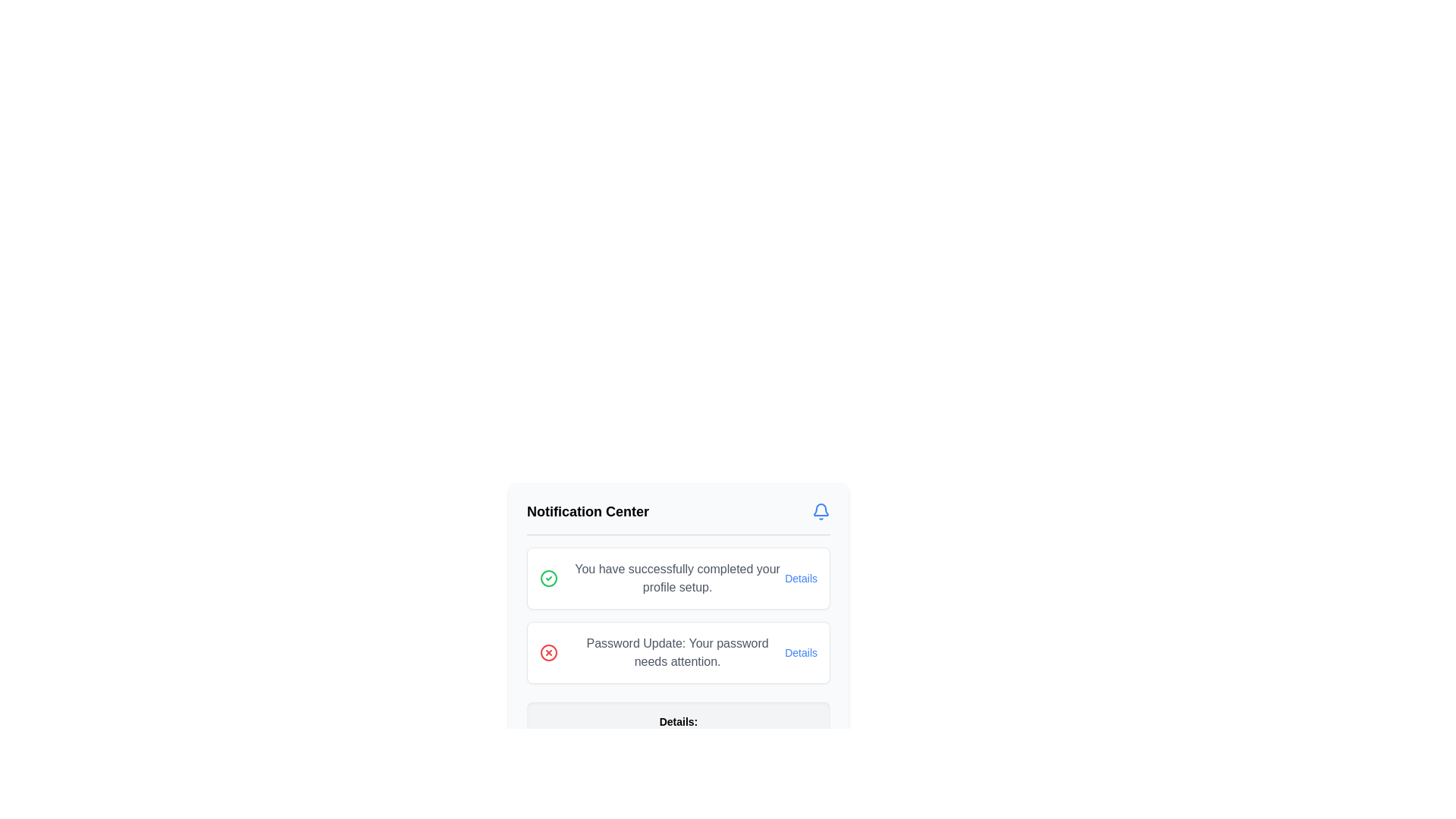  What do you see at coordinates (677, 579) in the screenshot?
I see `the notification card with a white background, rounded corners, a green checkmark icon, and a 'Details' link, which is the first notification in the Notification Center` at bounding box center [677, 579].